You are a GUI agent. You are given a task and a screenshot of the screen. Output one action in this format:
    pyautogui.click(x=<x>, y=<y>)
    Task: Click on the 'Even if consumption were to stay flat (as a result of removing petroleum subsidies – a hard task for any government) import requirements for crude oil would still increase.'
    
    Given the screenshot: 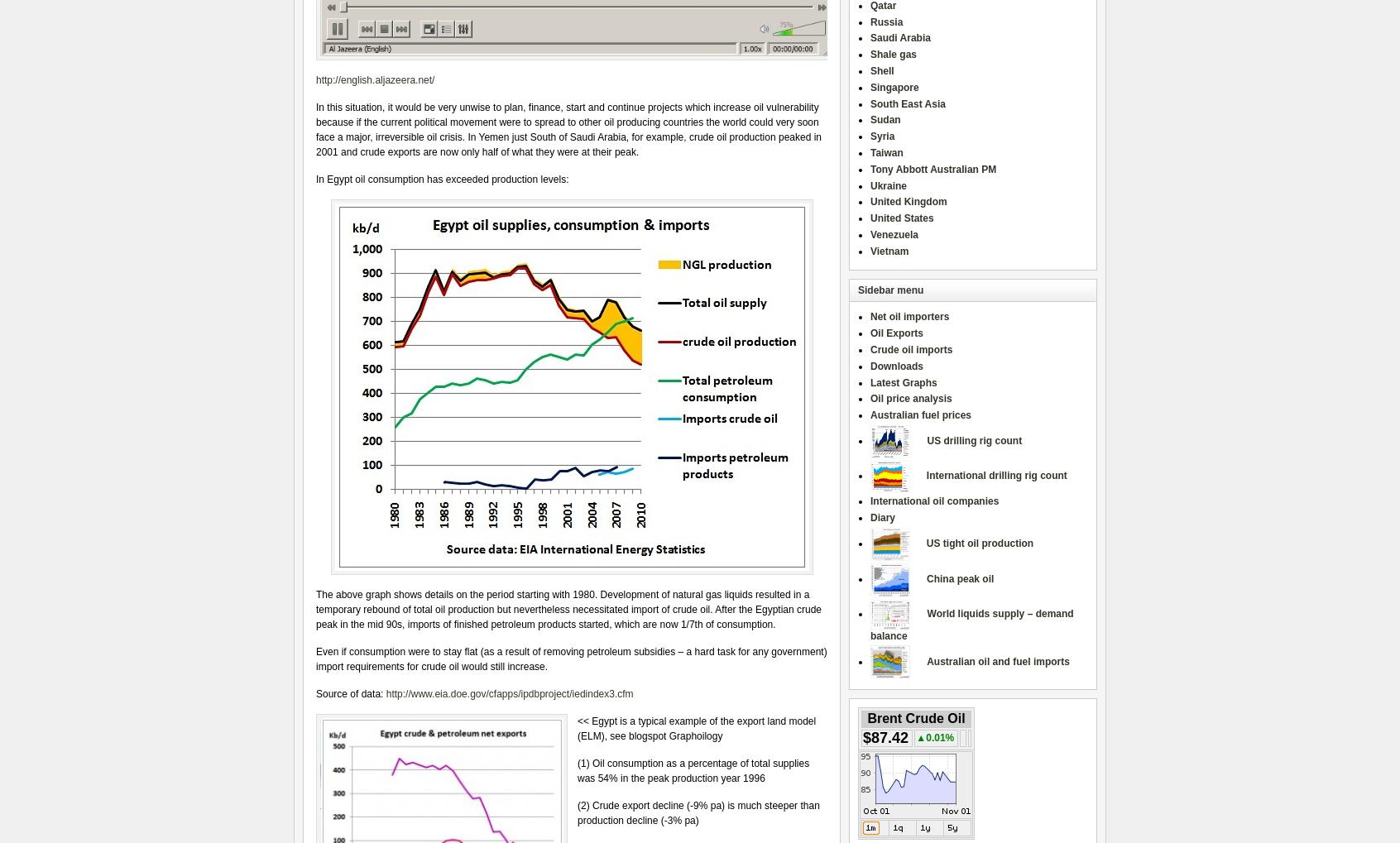 What is the action you would take?
    pyautogui.click(x=571, y=659)
    